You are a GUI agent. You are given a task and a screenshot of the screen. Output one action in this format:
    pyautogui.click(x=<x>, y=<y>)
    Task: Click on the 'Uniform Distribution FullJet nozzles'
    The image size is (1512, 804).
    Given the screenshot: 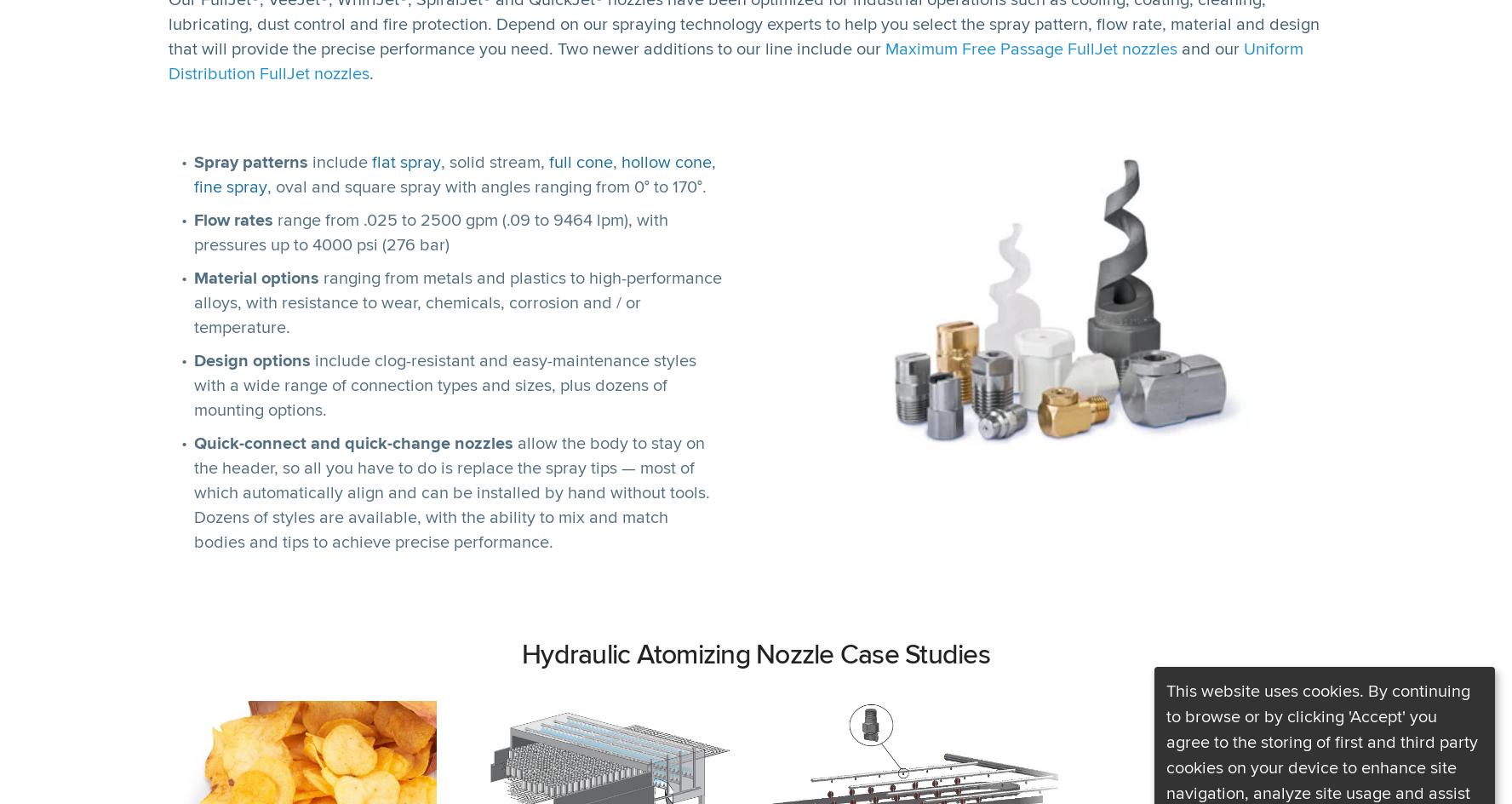 What is the action you would take?
    pyautogui.click(x=736, y=60)
    